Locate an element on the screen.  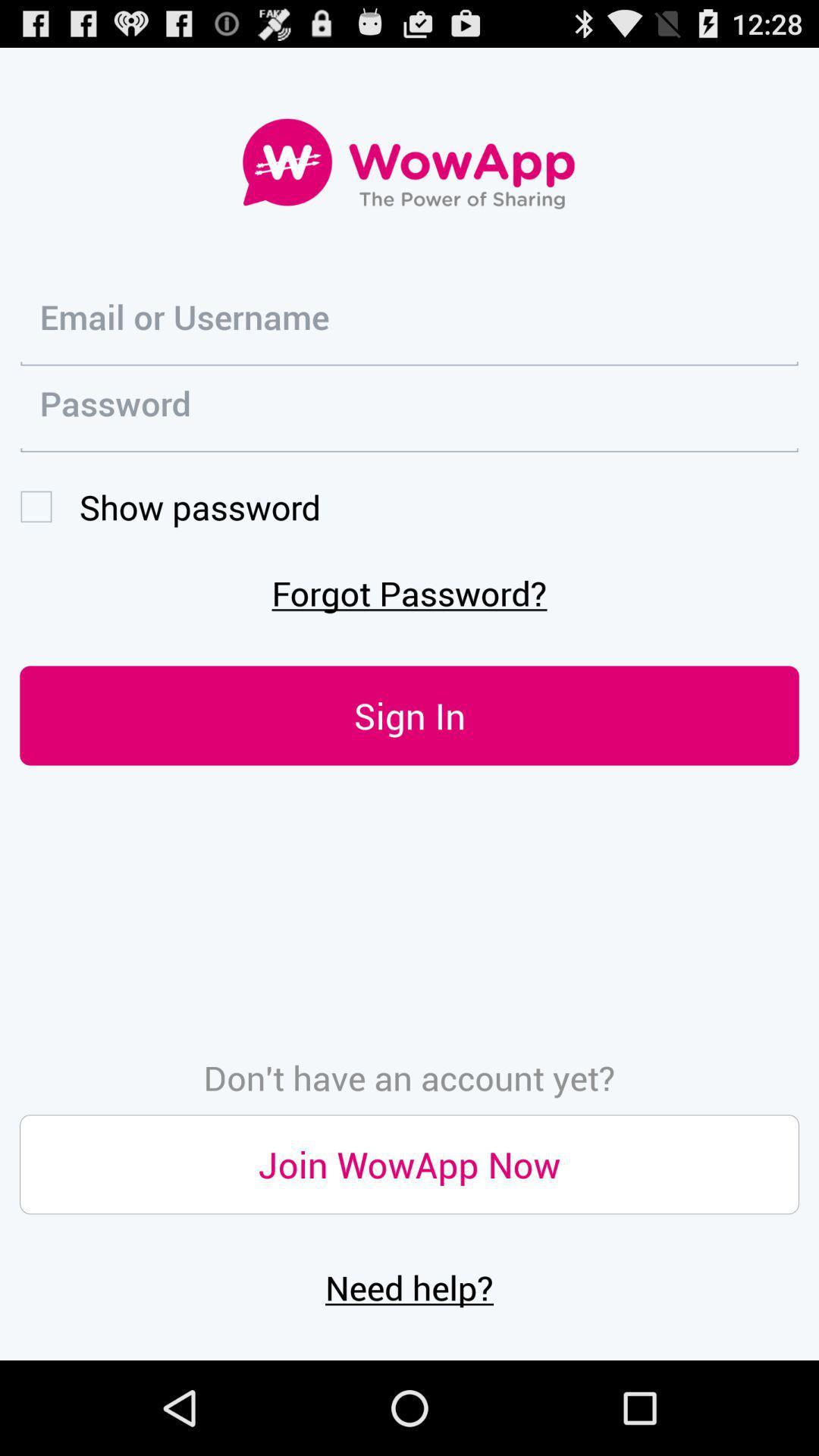
the item above the need help? item is located at coordinates (409, 1163).